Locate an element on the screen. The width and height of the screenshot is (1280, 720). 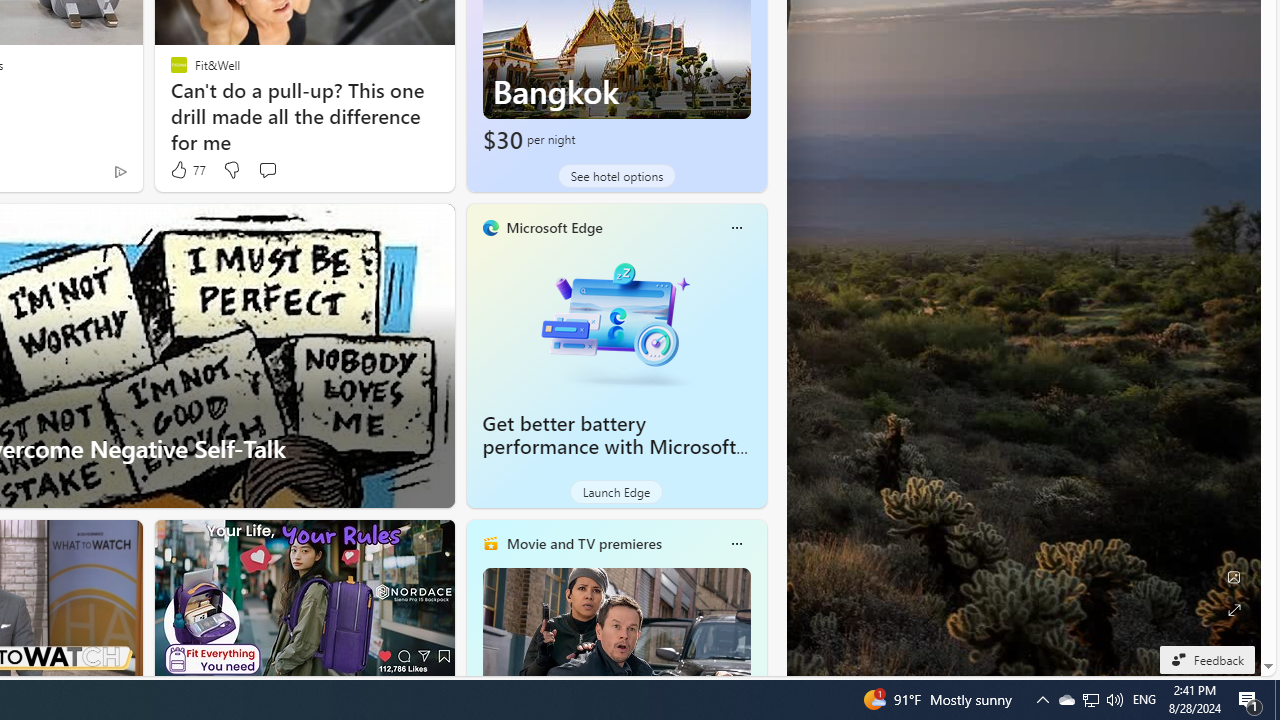
'Expand background' is located at coordinates (1232, 609).